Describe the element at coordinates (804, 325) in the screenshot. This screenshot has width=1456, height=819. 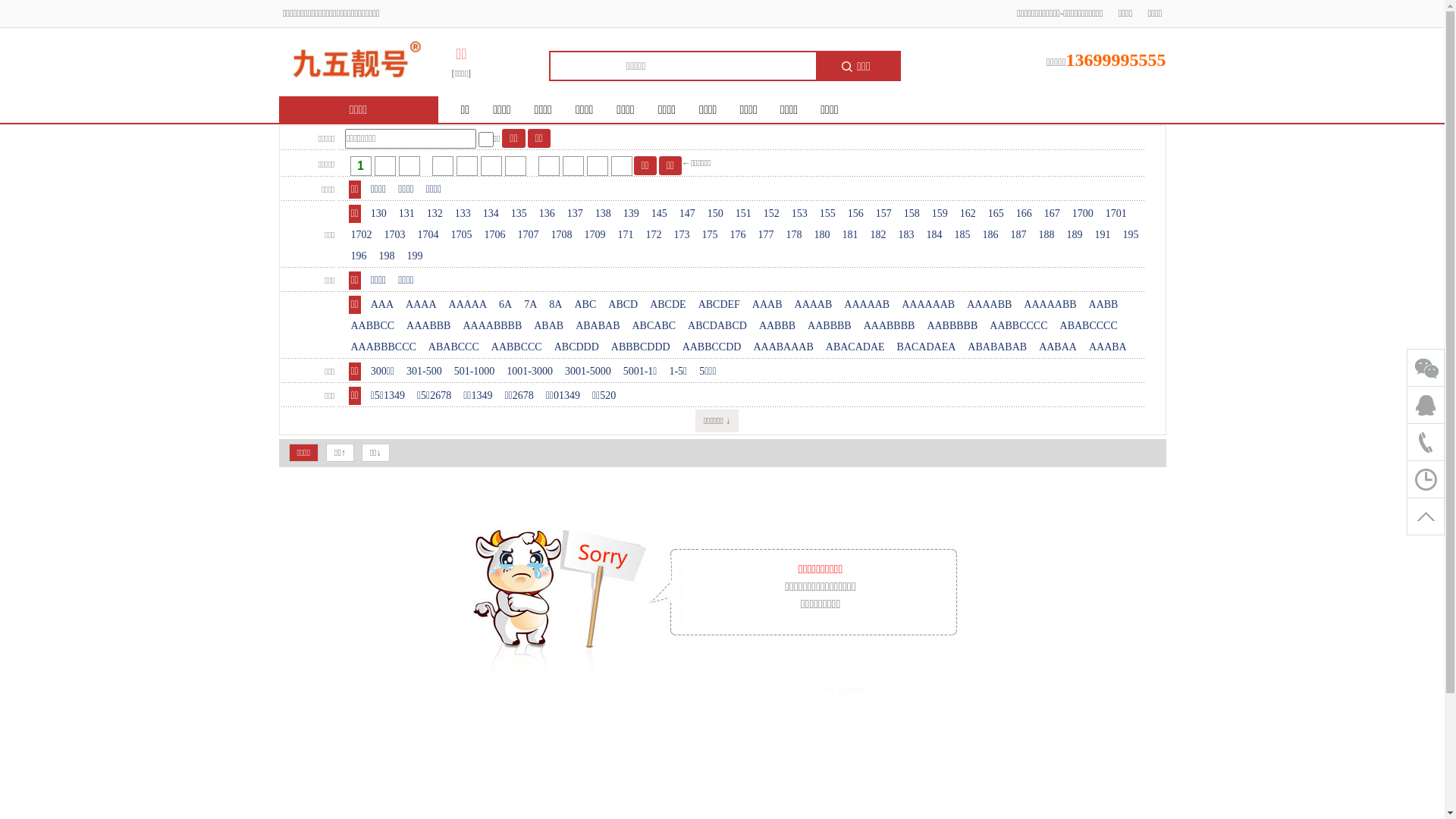
I see `'AABBBB'` at that location.